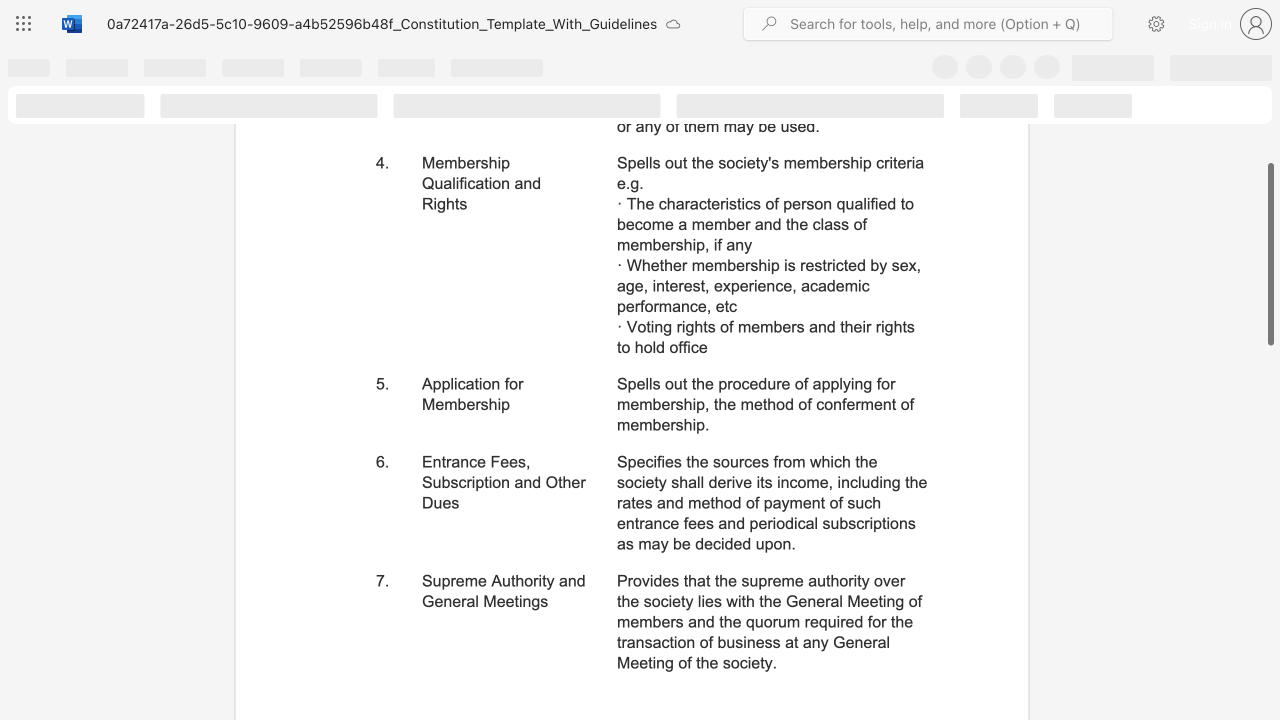 Image resolution: width=1280 pixels, height=720 pixels. I want to click on the subset text "ut the procedure of applying for membership, the method of co" within the text "Spells out the procedure of applying for membership, the method of conferment of membership.", so click(673, 384).